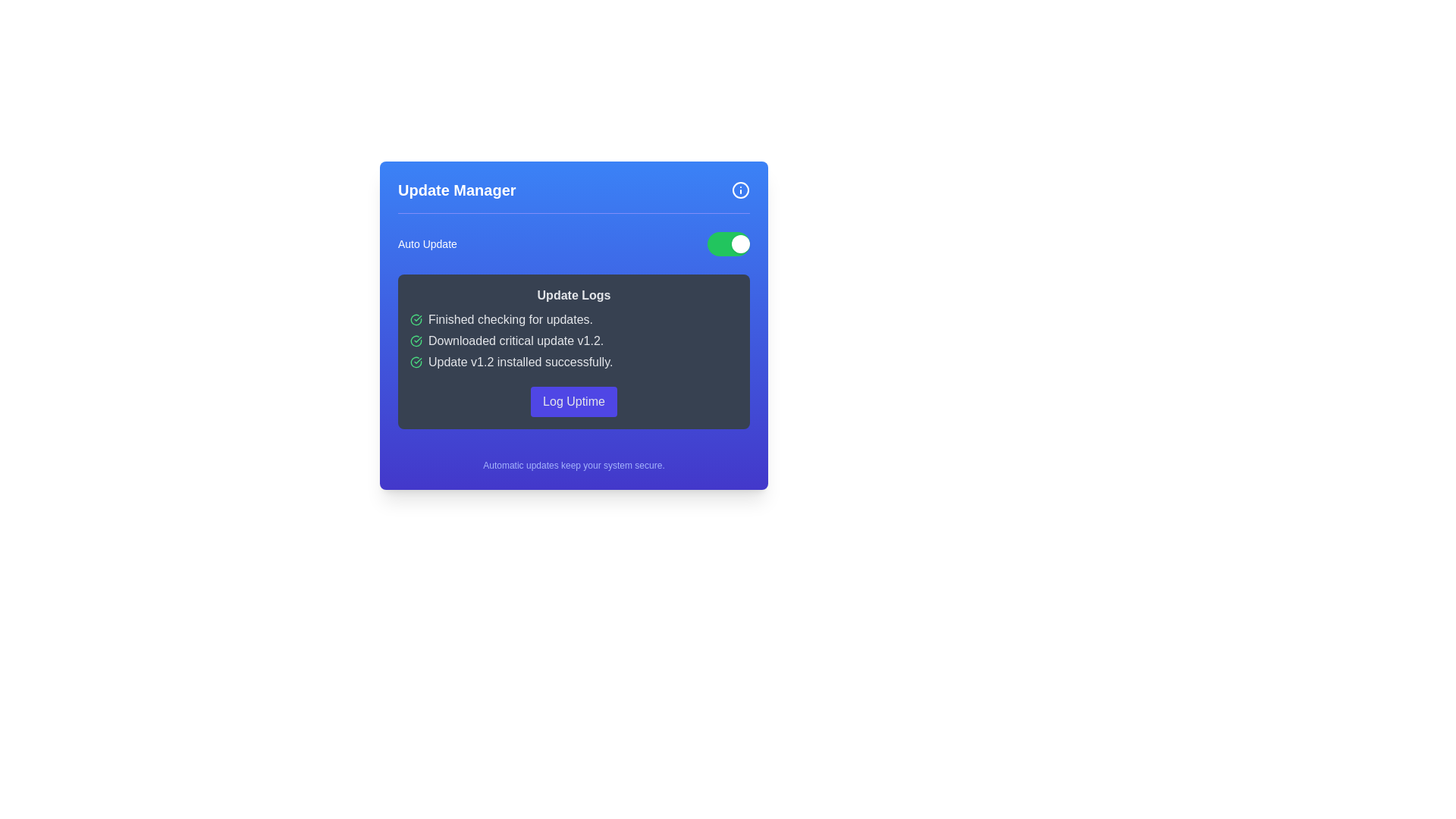  What do you see at coordinates (573, 464) in the screenshot?
I see `the static text label displaying 'Automatic updates keep your system secure.' which is located at the bottom of the update manager card, directly below the 'Log Uptime' button` at bounding box center [573, 464].